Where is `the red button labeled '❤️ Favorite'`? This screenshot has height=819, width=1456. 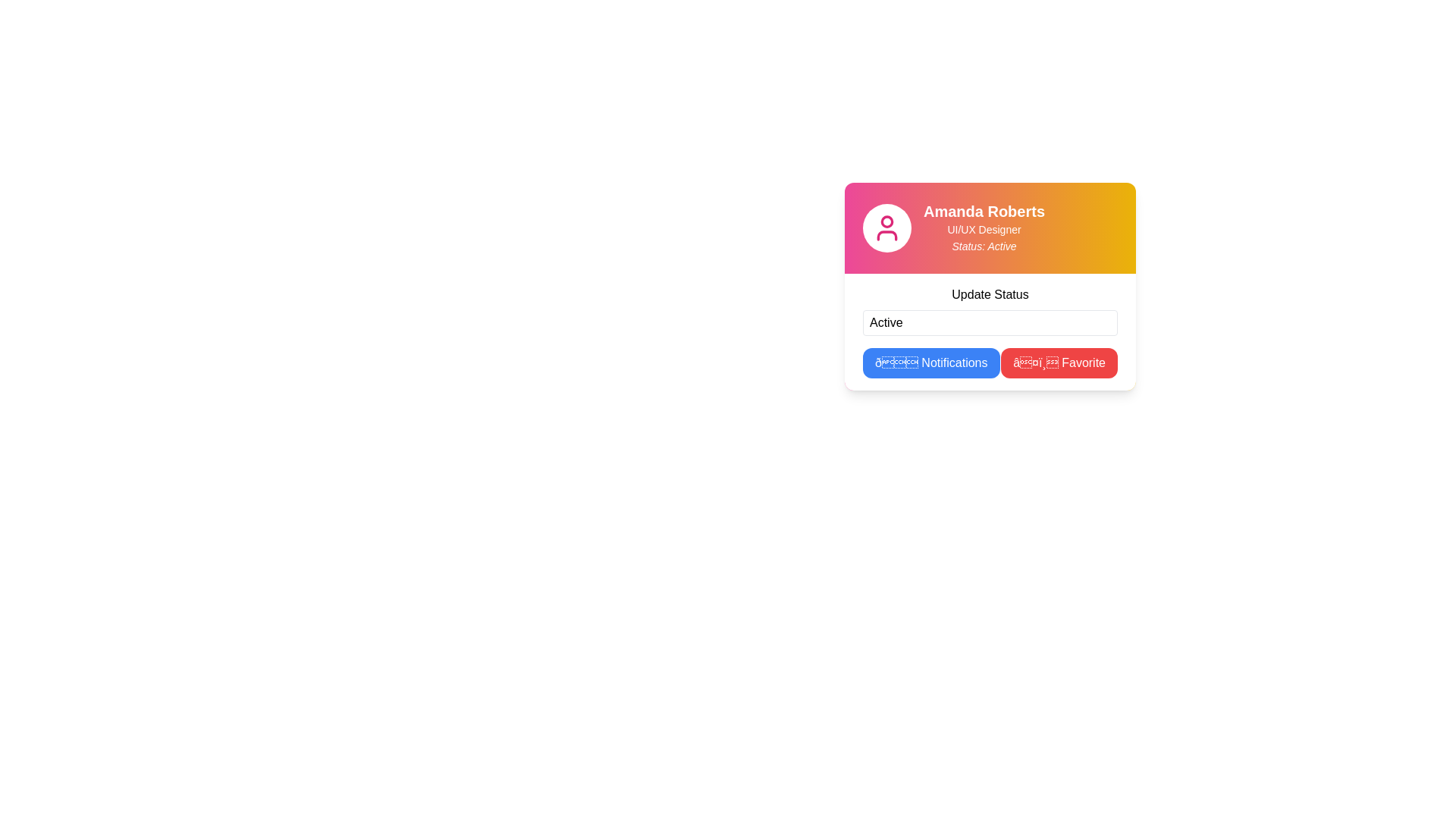 the red button labeled '❤️ Favorite' is located at coordinates (1059, 362).